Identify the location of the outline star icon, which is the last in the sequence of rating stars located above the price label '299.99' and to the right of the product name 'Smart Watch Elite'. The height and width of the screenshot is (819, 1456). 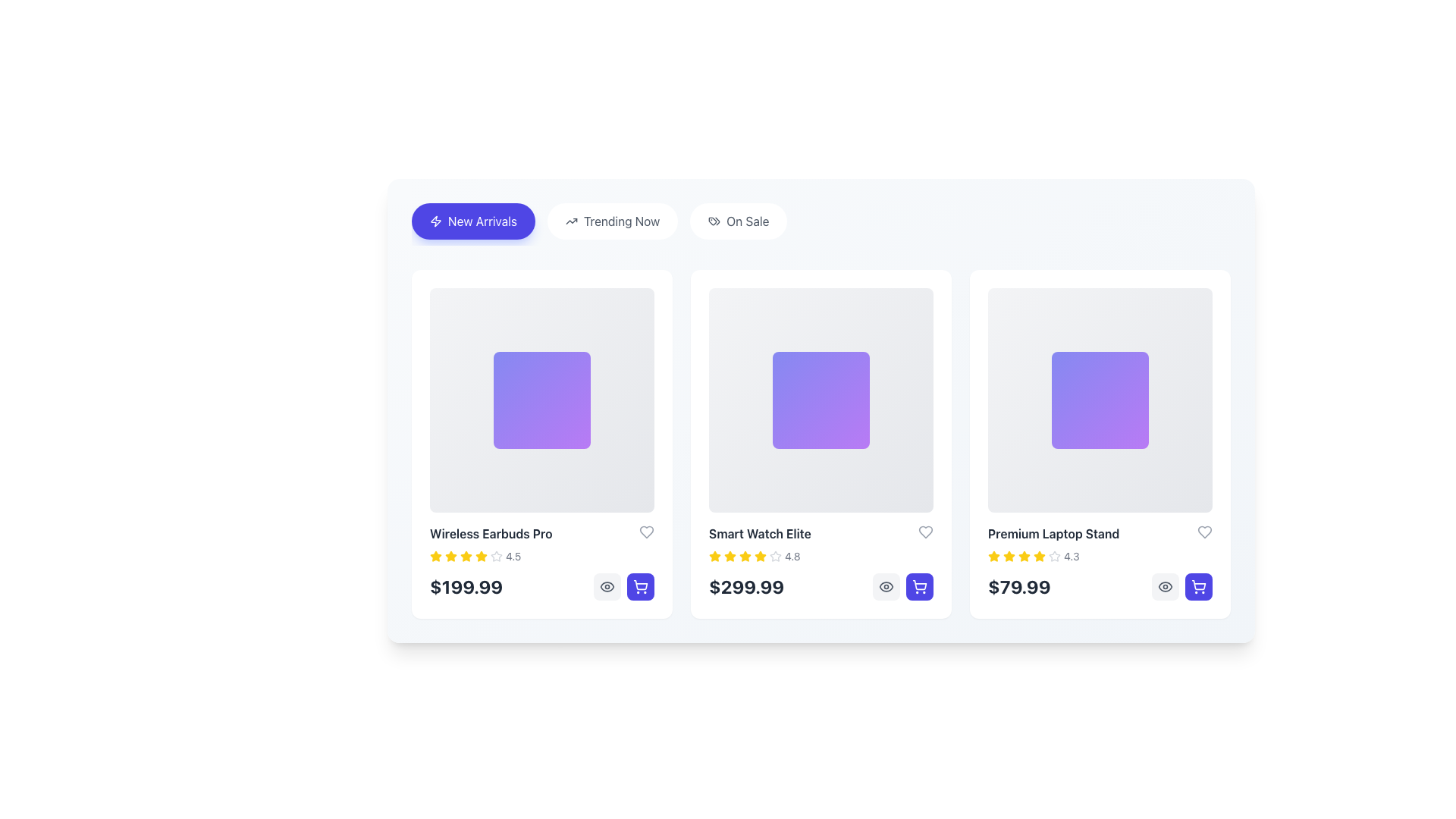
(775, 556).